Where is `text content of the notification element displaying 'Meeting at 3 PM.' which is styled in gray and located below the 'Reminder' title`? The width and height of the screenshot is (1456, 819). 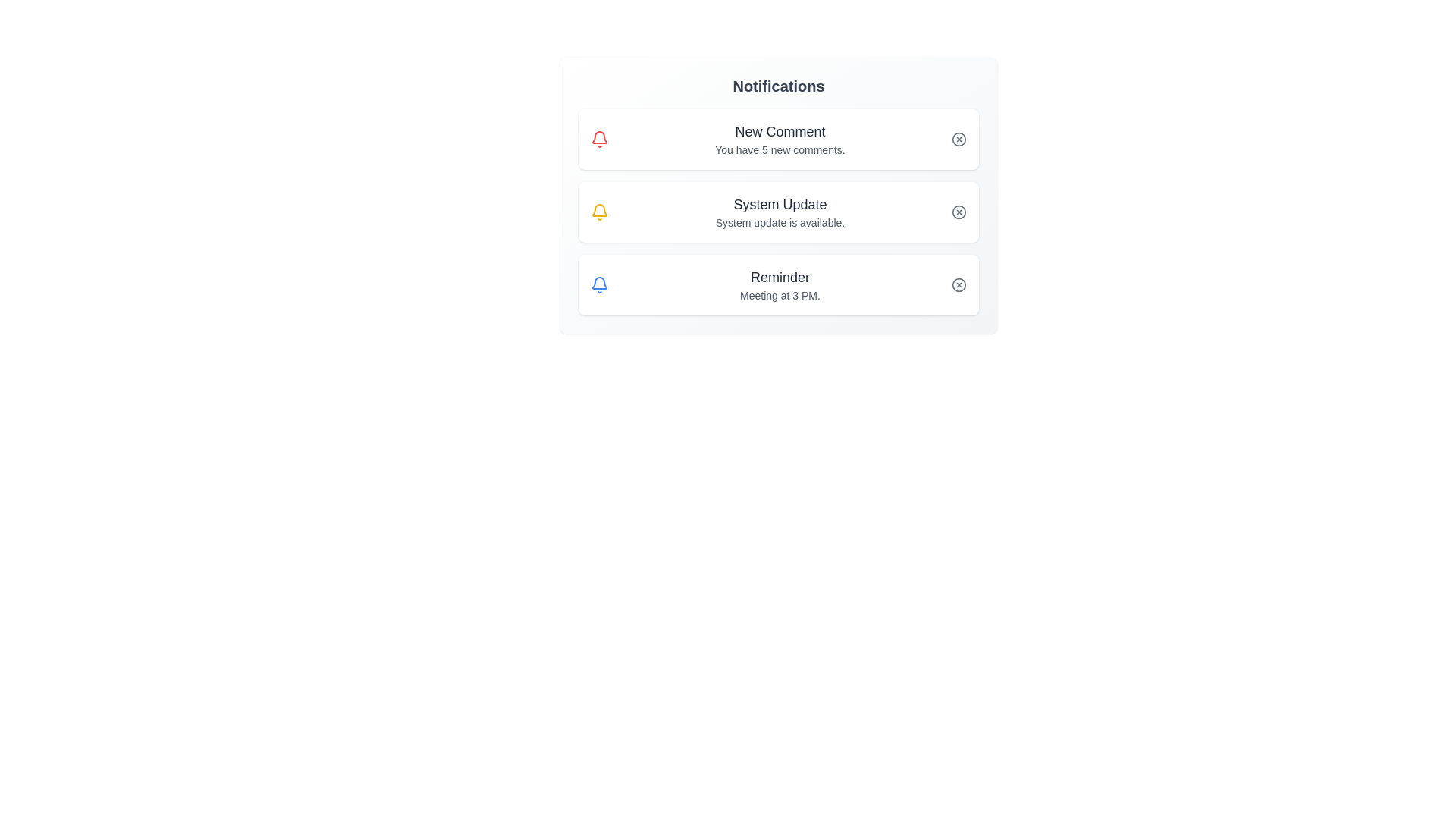 text content of the notification element displaying 'Meeting at 3 PM.' which is styled in gray and located below the 'Reminder' title is located at coordinates (780, 295).